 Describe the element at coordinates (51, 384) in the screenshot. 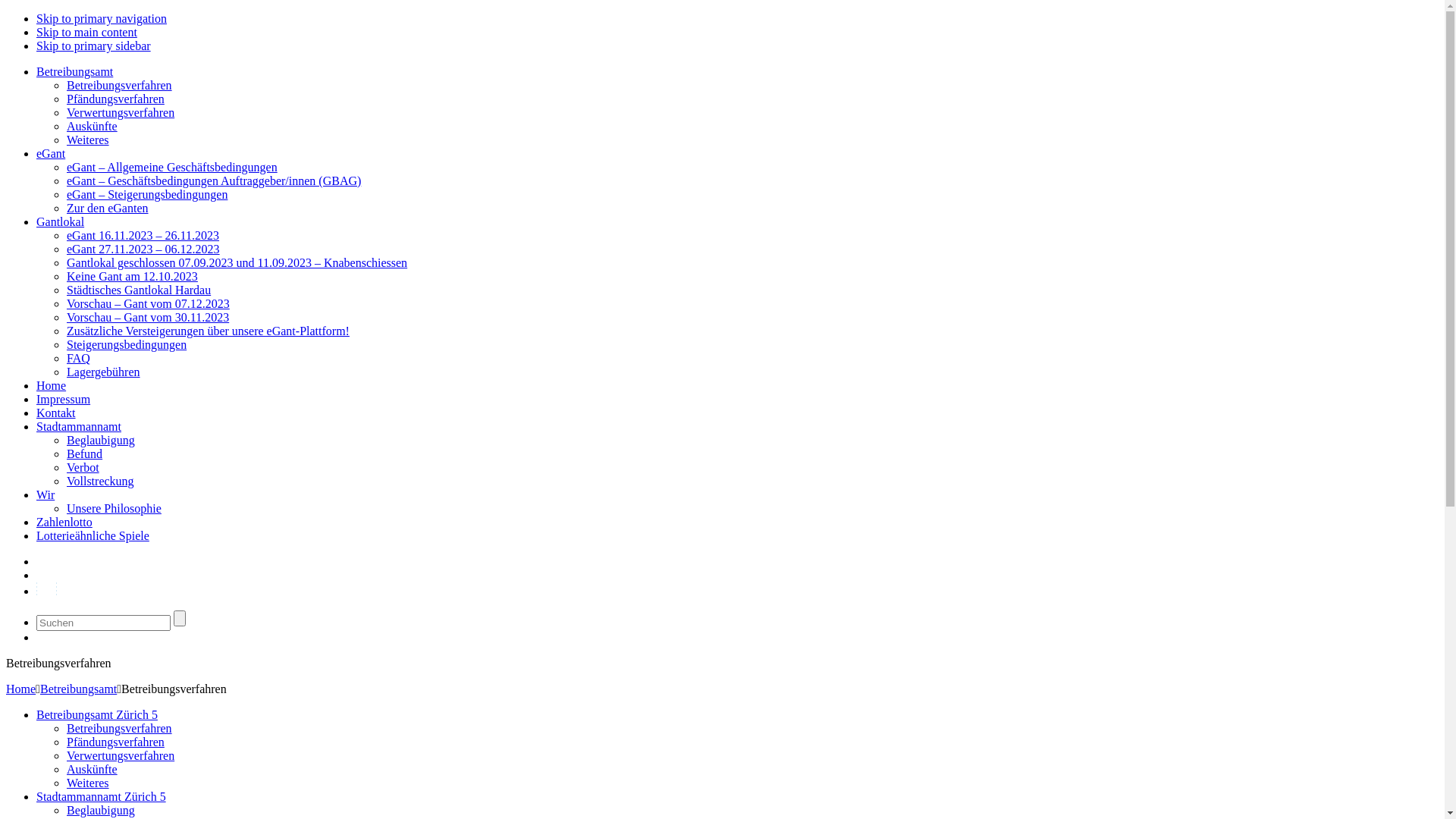

I see `'Home'` at that location.